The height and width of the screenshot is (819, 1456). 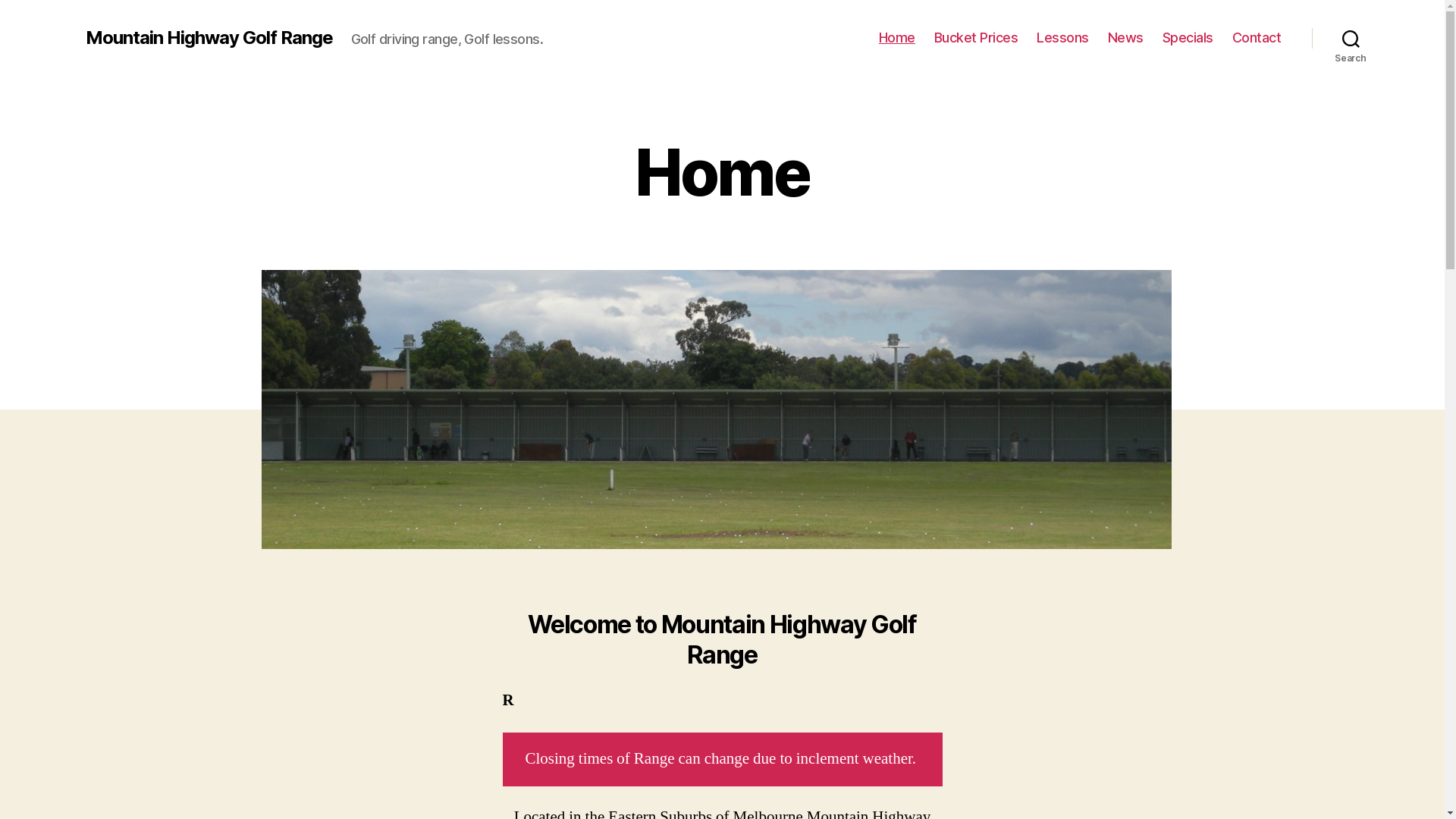 I want to click on 'Lessons', so click(x=1062, y=37).